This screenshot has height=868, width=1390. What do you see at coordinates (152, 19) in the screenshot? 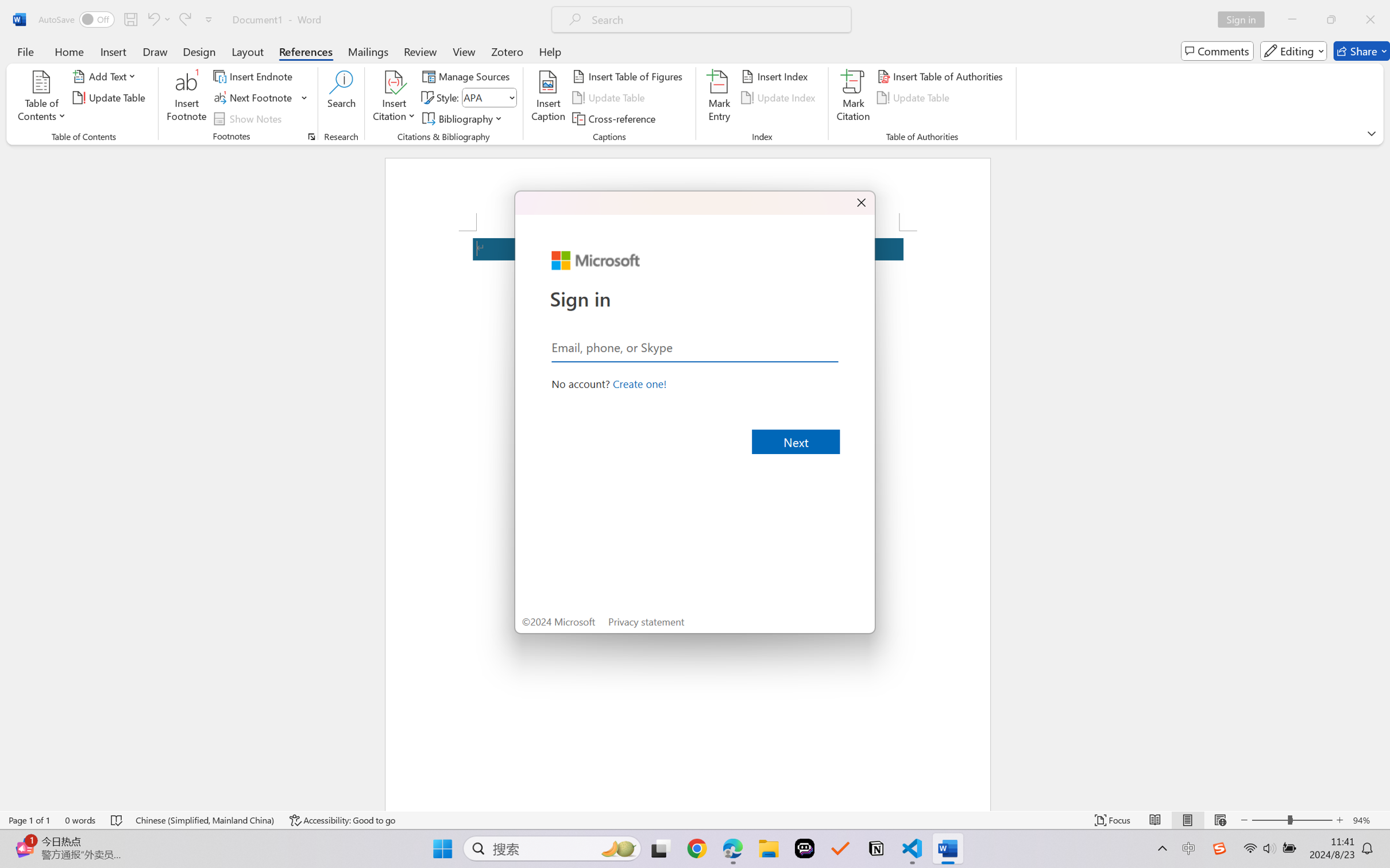
I see `'Undo Apply Quick Style Set'` at bounding box center [152, 19].